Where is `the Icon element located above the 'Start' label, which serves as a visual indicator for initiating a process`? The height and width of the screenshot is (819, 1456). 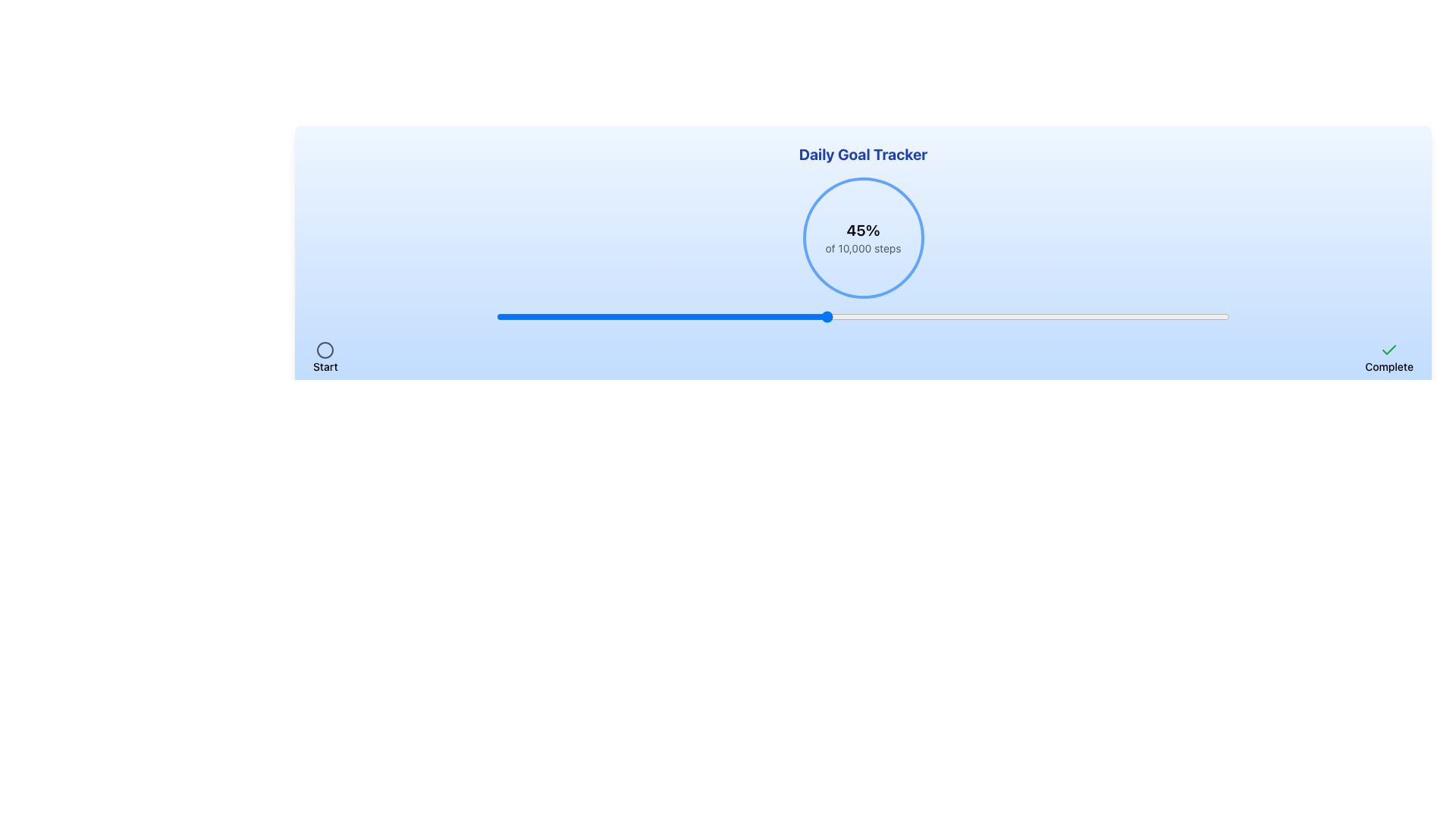 the Icon element located above the 'Start' label, which serves as a visual indicator for initiating a process is located at coordinates (324, 350).